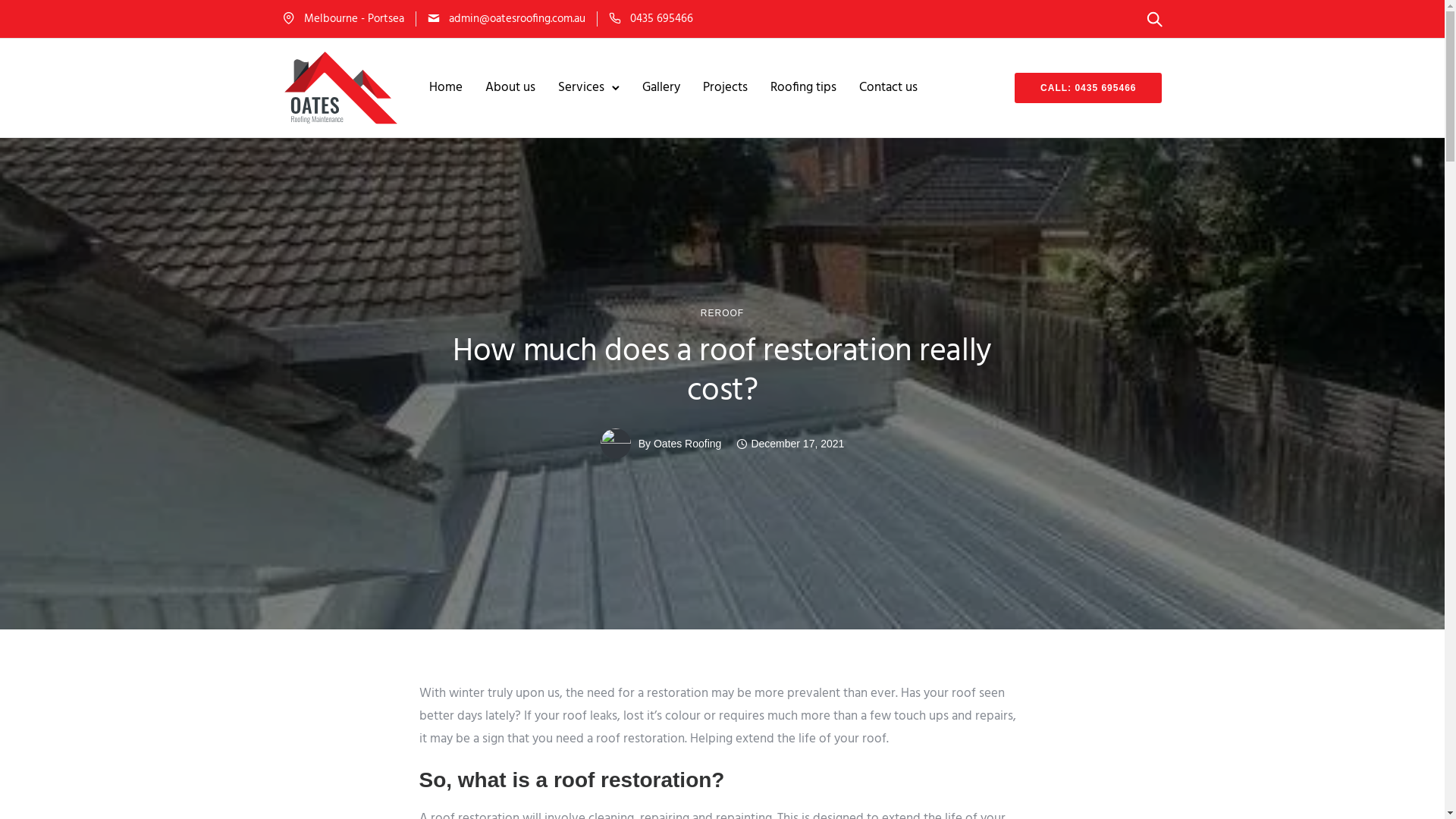 The image size is (1456, 819). I want to click on 'Roofing tips', so click(802, 87).